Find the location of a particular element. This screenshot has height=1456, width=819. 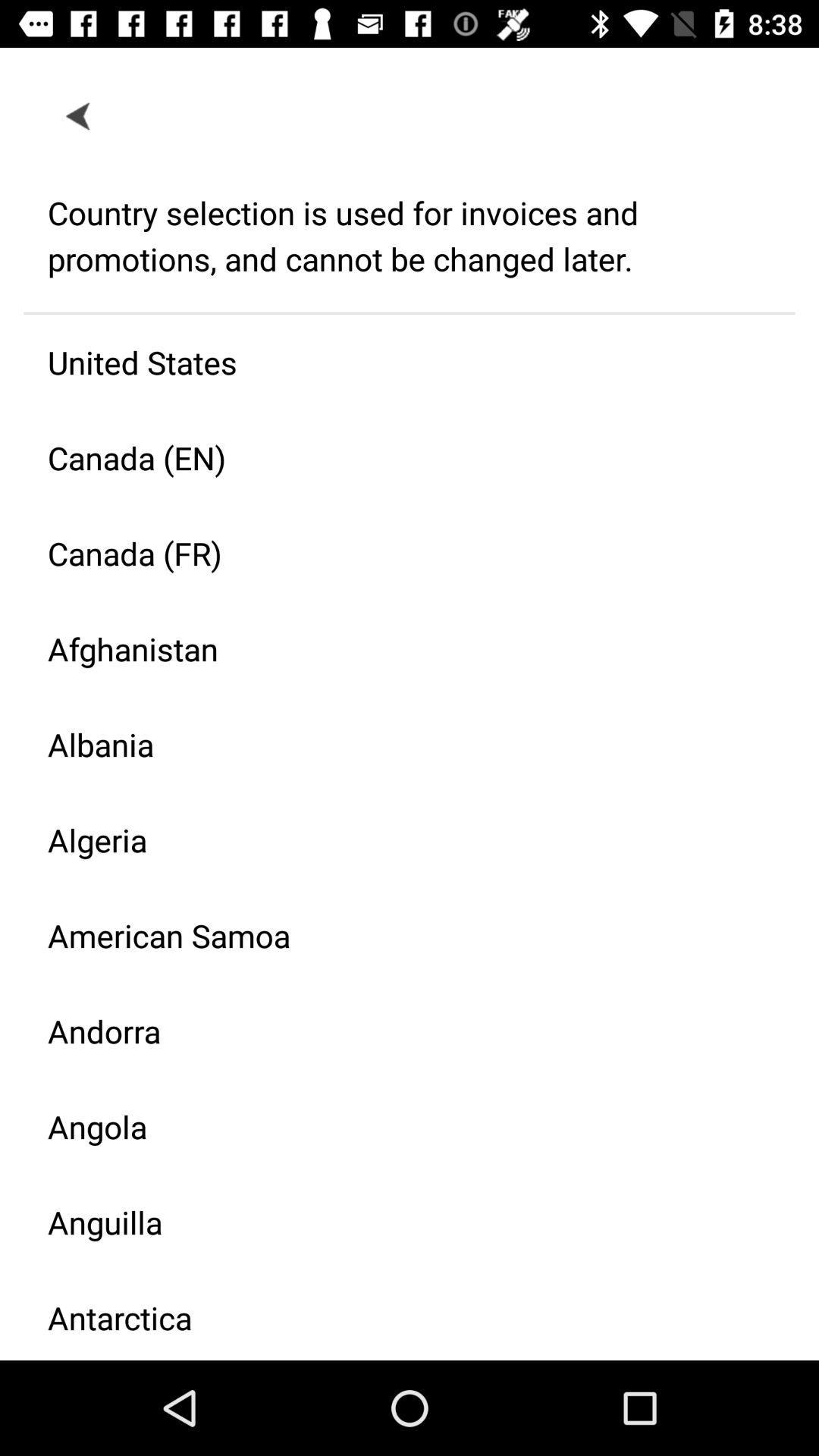

icon below canada (en) item is located at coordinates (397, 552).